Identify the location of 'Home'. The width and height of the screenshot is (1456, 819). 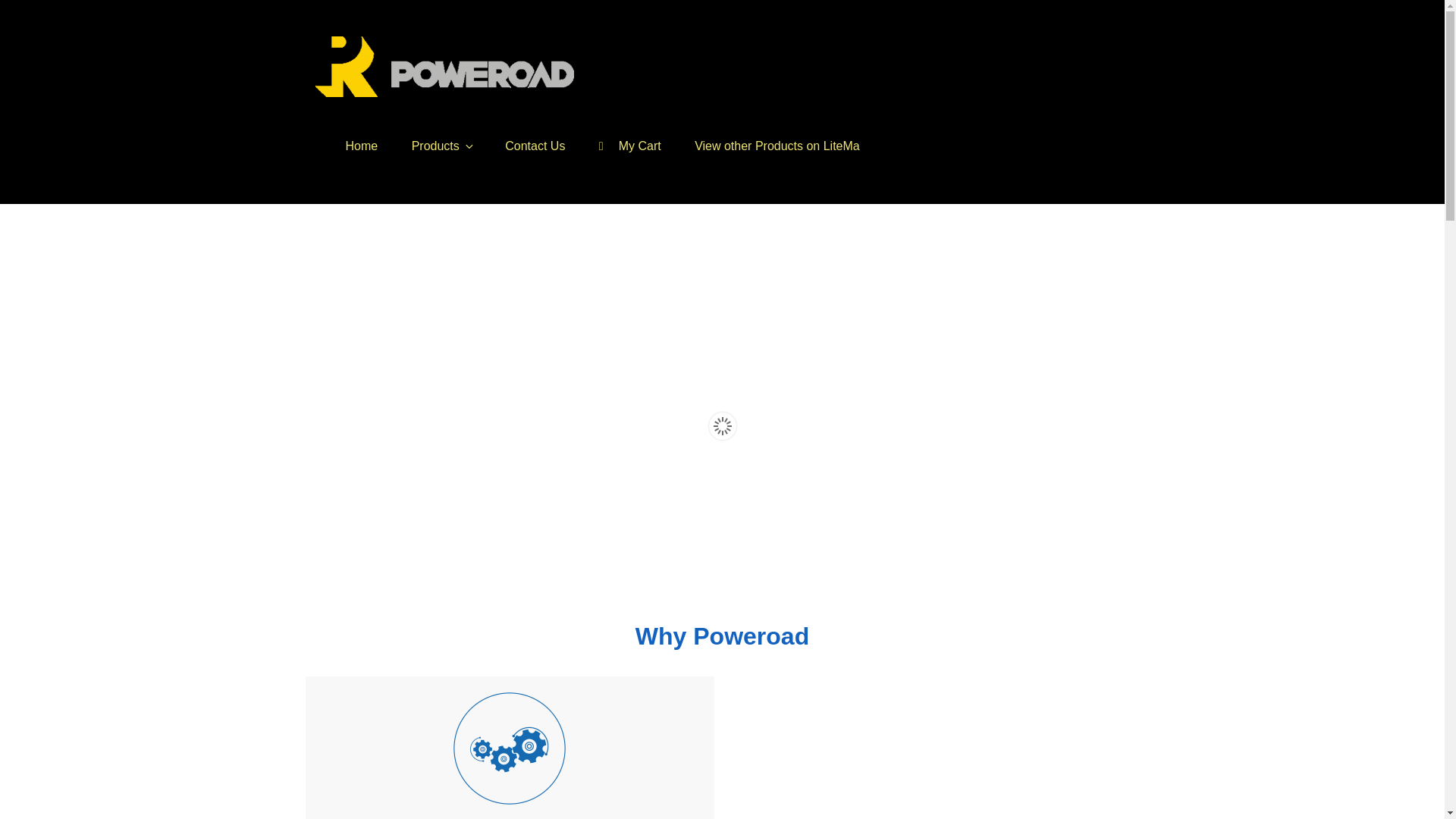
(361, 146).